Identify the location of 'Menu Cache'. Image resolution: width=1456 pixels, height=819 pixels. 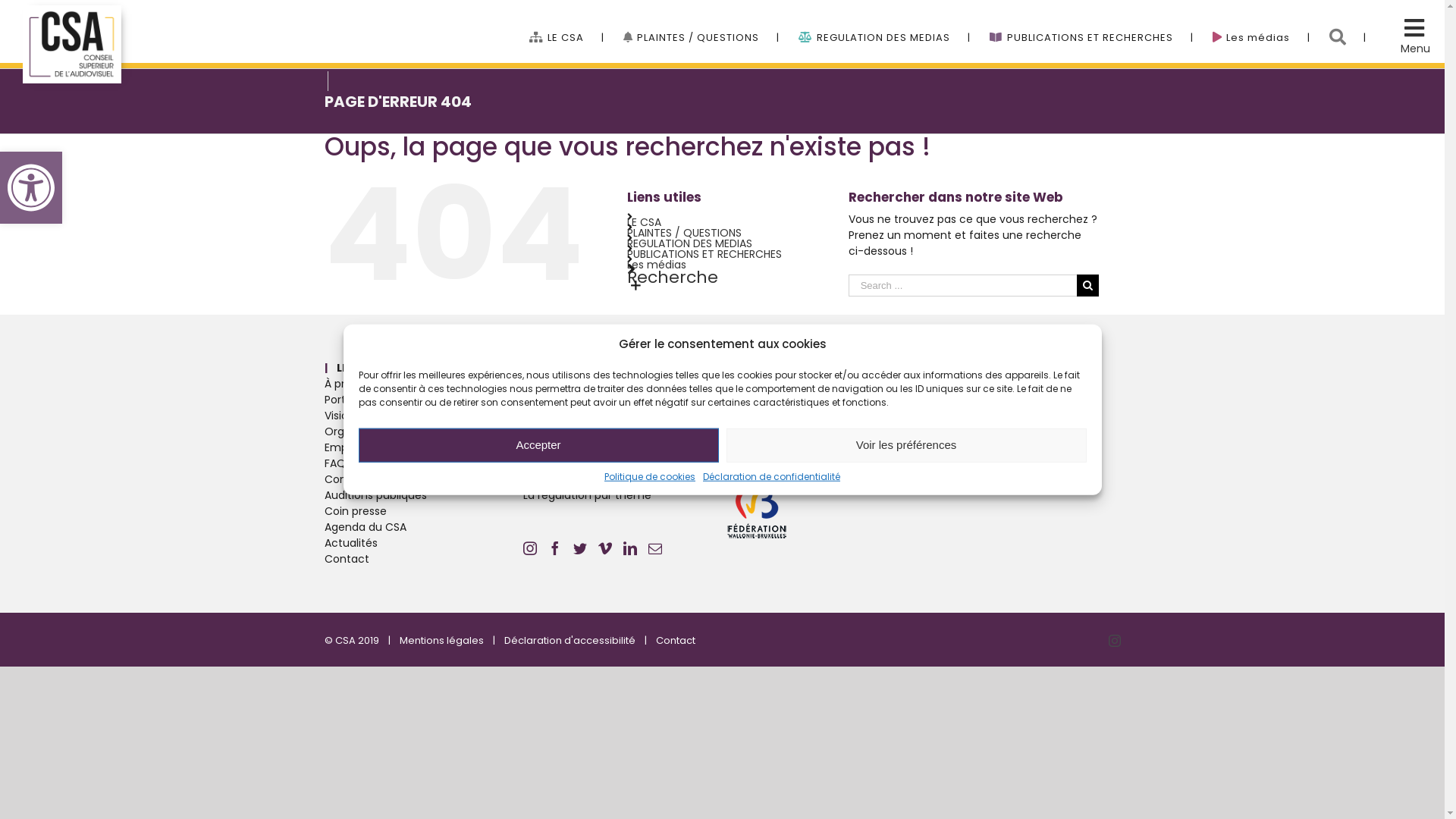
(1400, 32).